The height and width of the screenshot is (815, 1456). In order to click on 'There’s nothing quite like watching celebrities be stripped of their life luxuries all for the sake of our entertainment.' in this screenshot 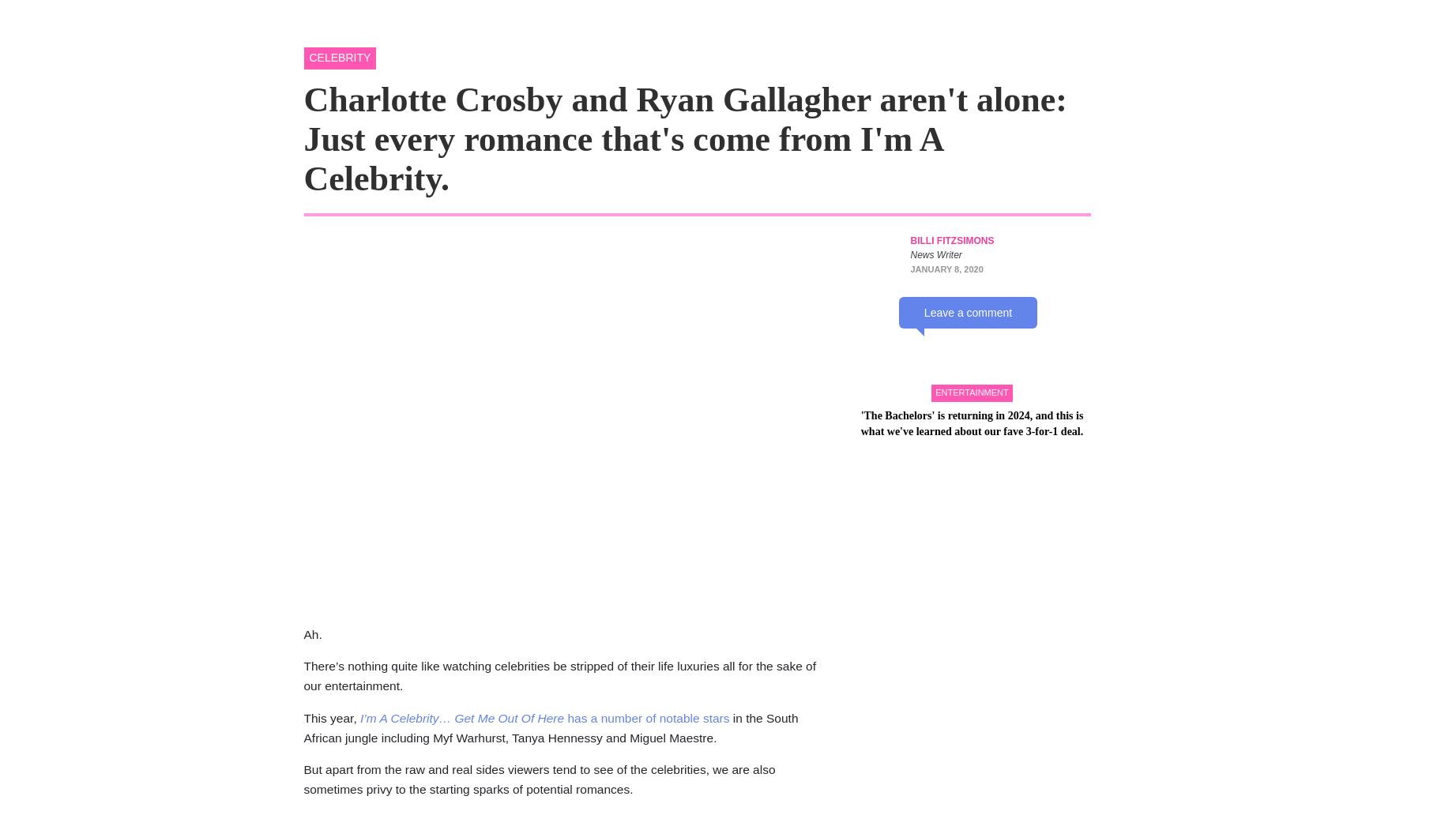, I will do `click(303, 676)`.